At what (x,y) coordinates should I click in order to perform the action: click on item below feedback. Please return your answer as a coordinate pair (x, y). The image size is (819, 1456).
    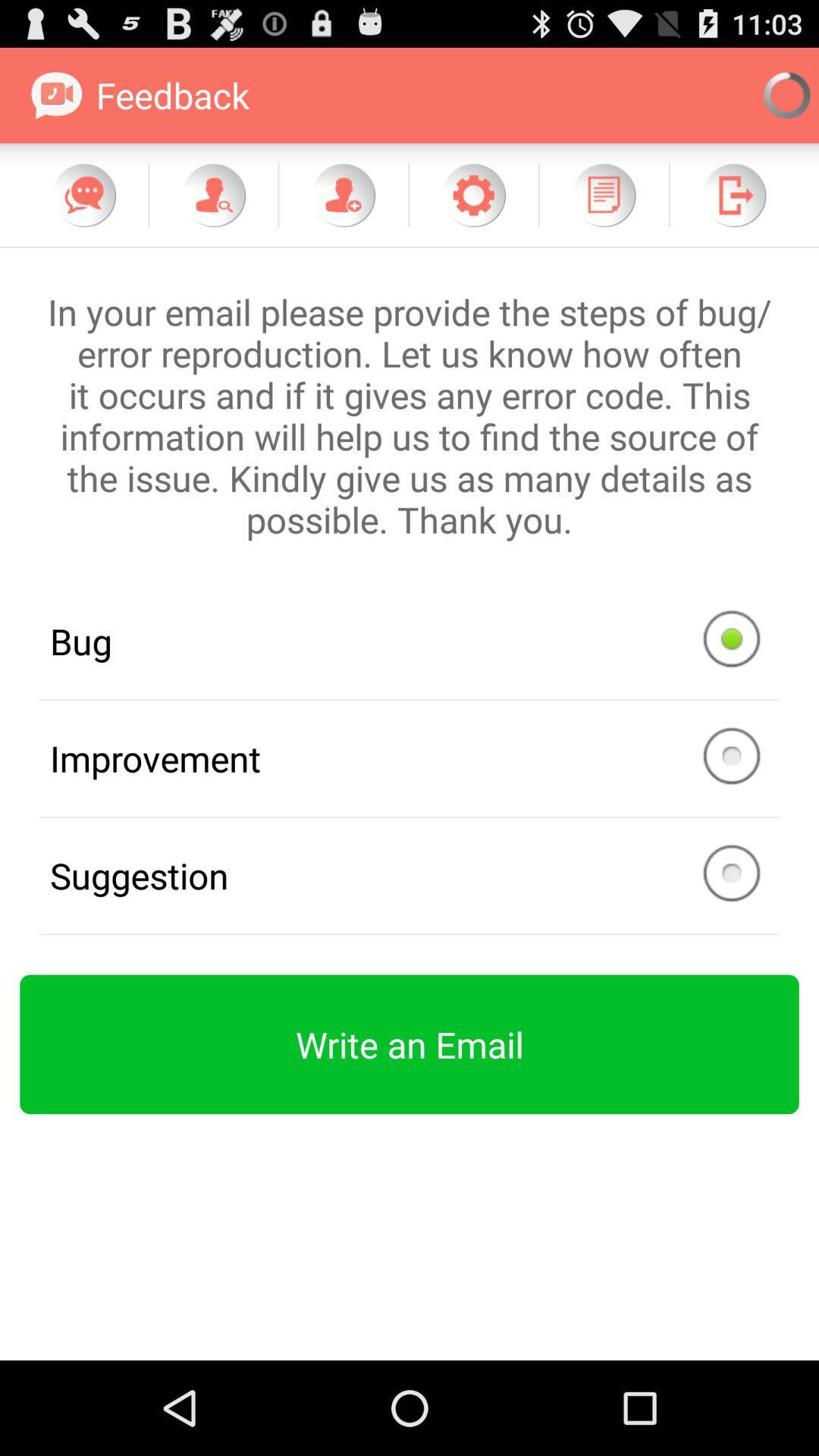
    Looking at the image, I should click on (213, 194).